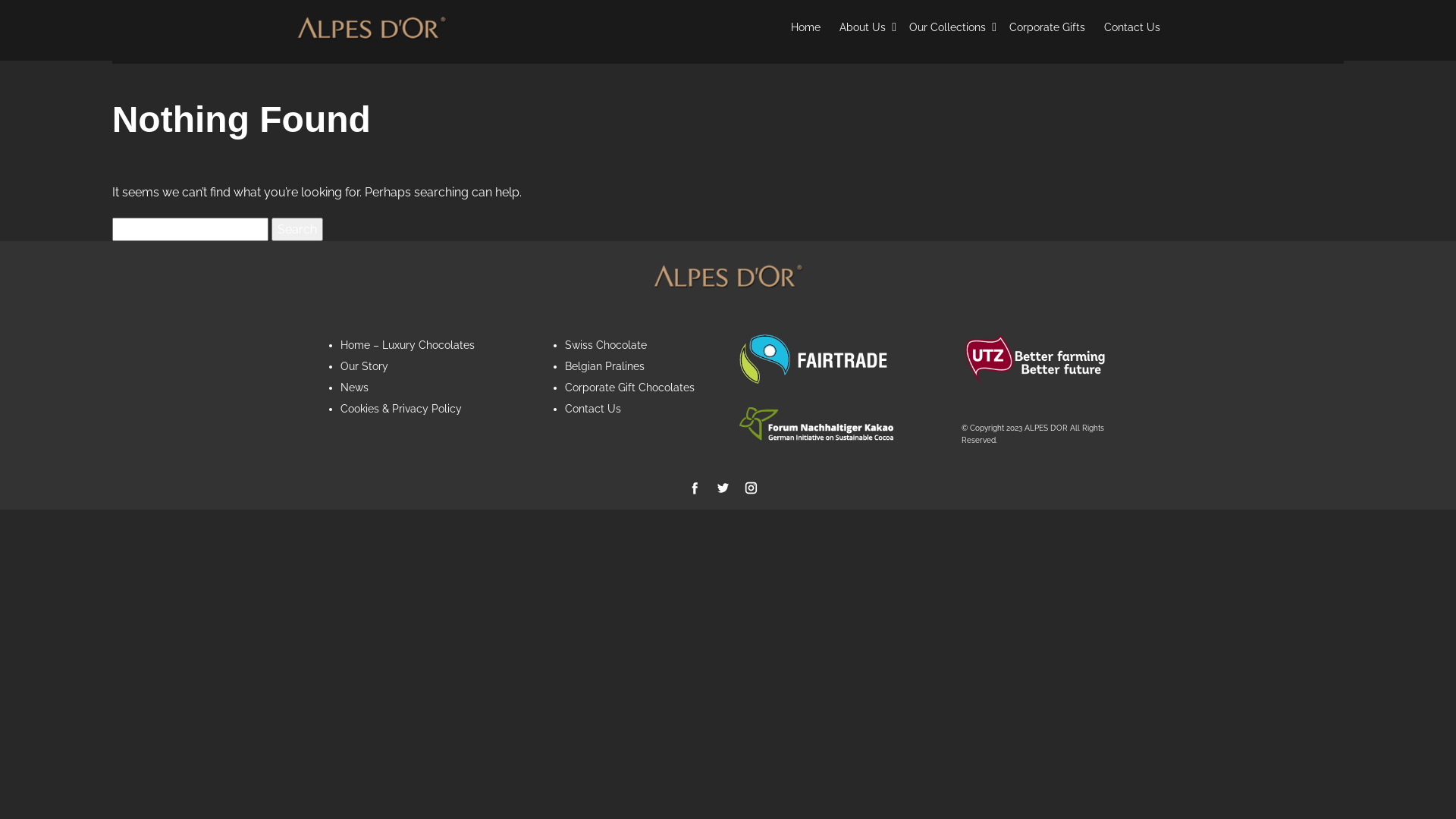 The width and height of the screenshot is (1456, 819). I want to click on 'News', so click(340, 386).